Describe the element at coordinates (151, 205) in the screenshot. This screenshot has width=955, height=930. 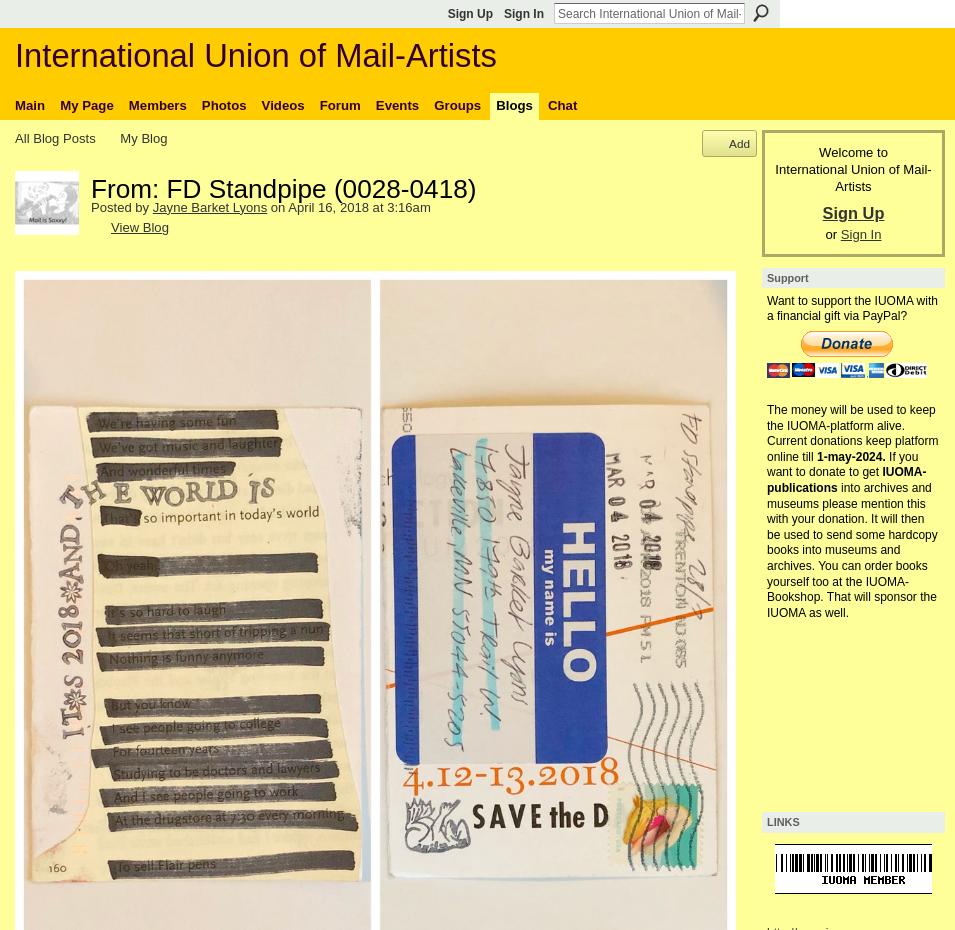
I see `'Jayne Barket Lyons'` at that location.